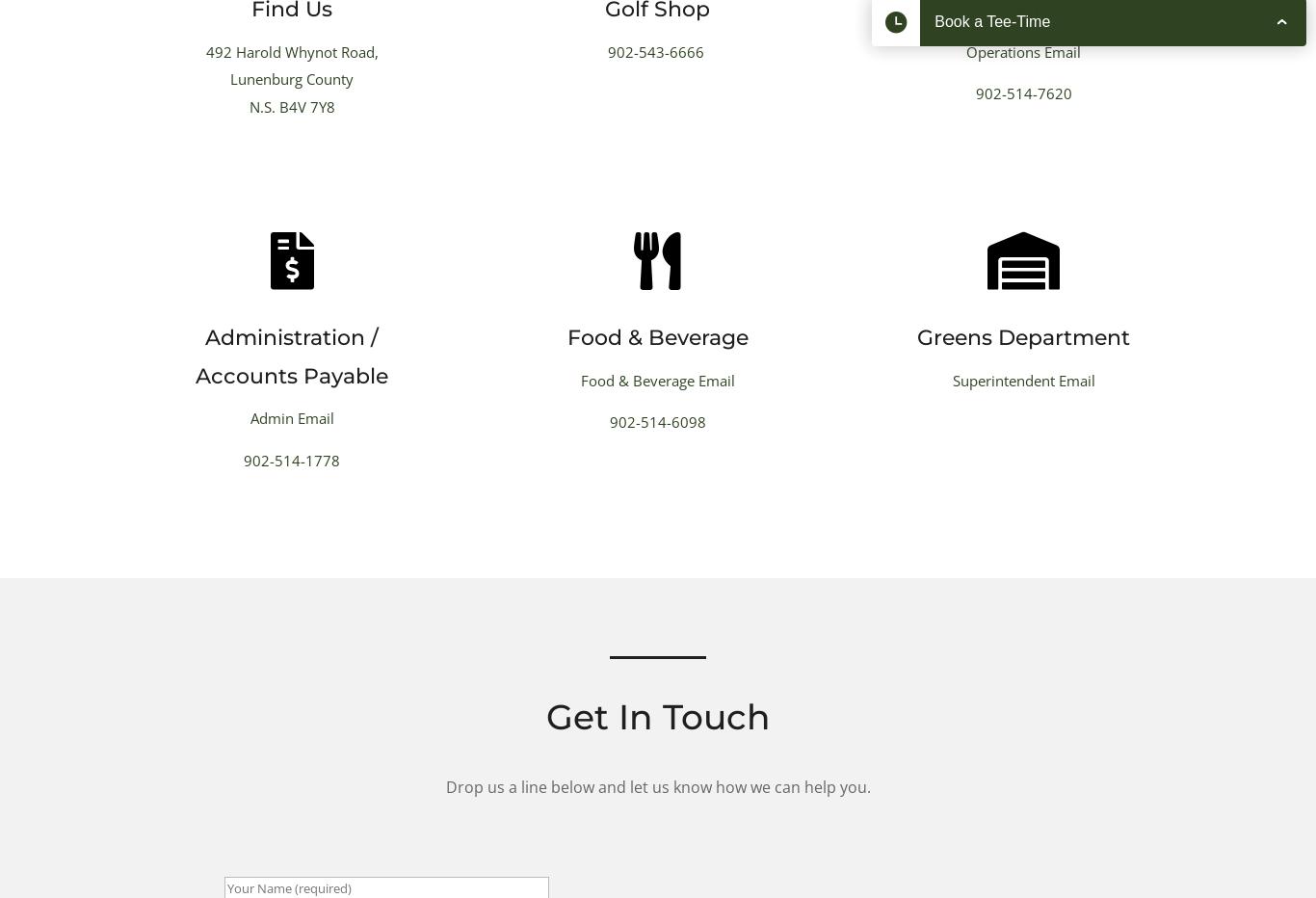 Image resolution: width=1316 pixels, height=898 pixels. I want to click on '902-514-1778', so click(291, 458).